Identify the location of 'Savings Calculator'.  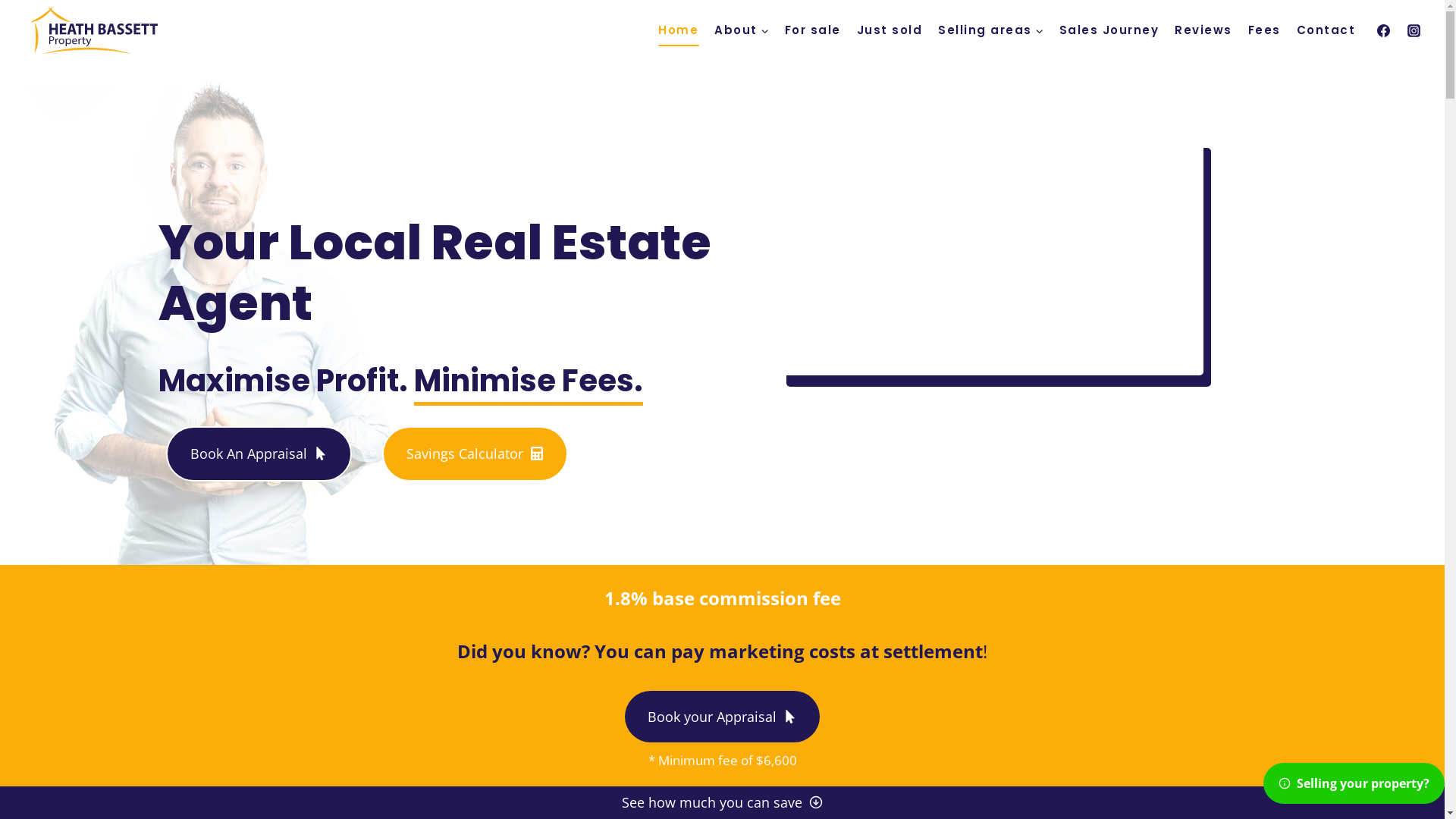
(474, 453).